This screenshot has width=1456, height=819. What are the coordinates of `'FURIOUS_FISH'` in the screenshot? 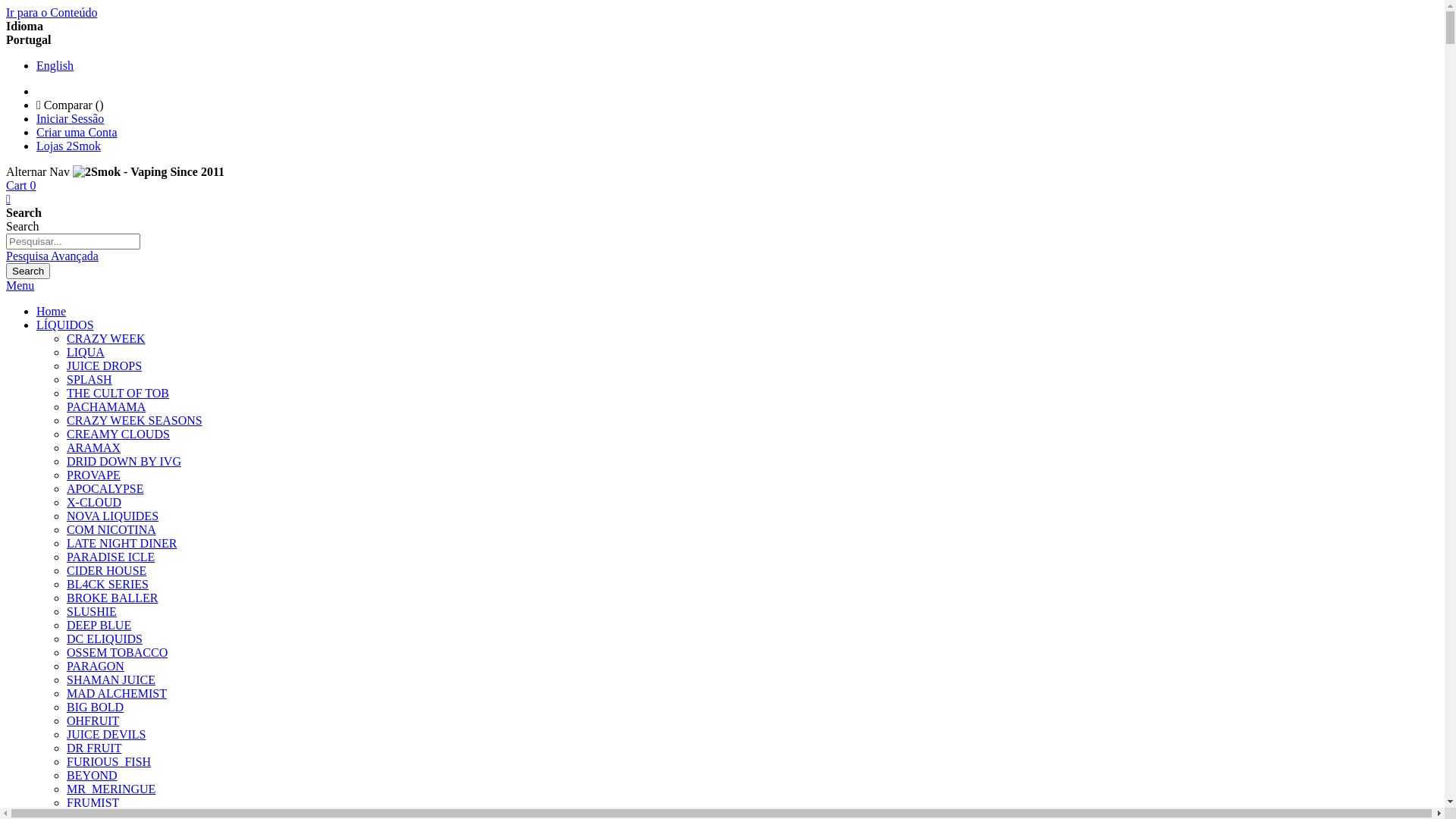 It's located at (108, 761).